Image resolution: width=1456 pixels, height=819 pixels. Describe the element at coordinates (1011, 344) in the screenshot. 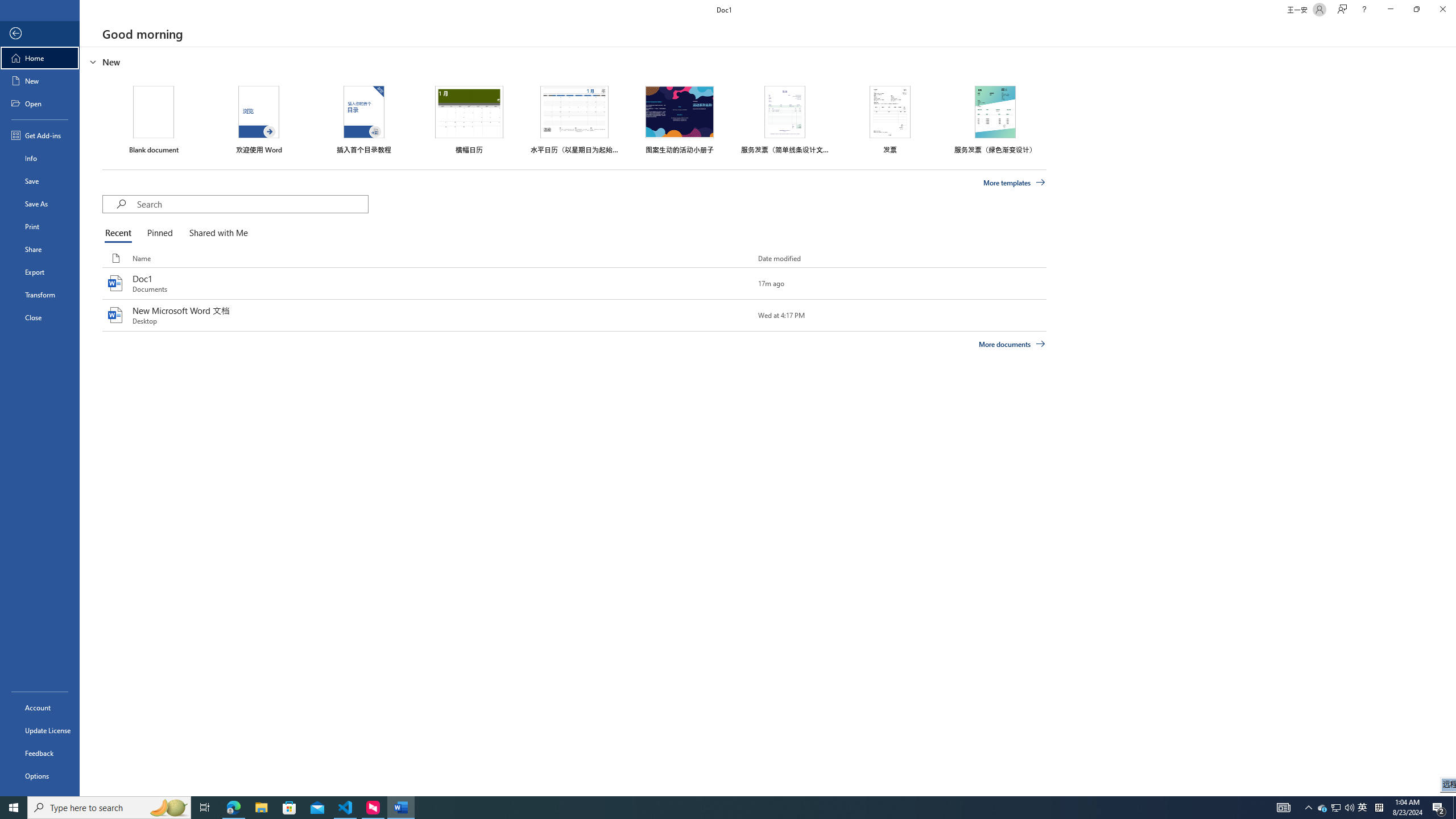

I see `'More documents'` at that location.